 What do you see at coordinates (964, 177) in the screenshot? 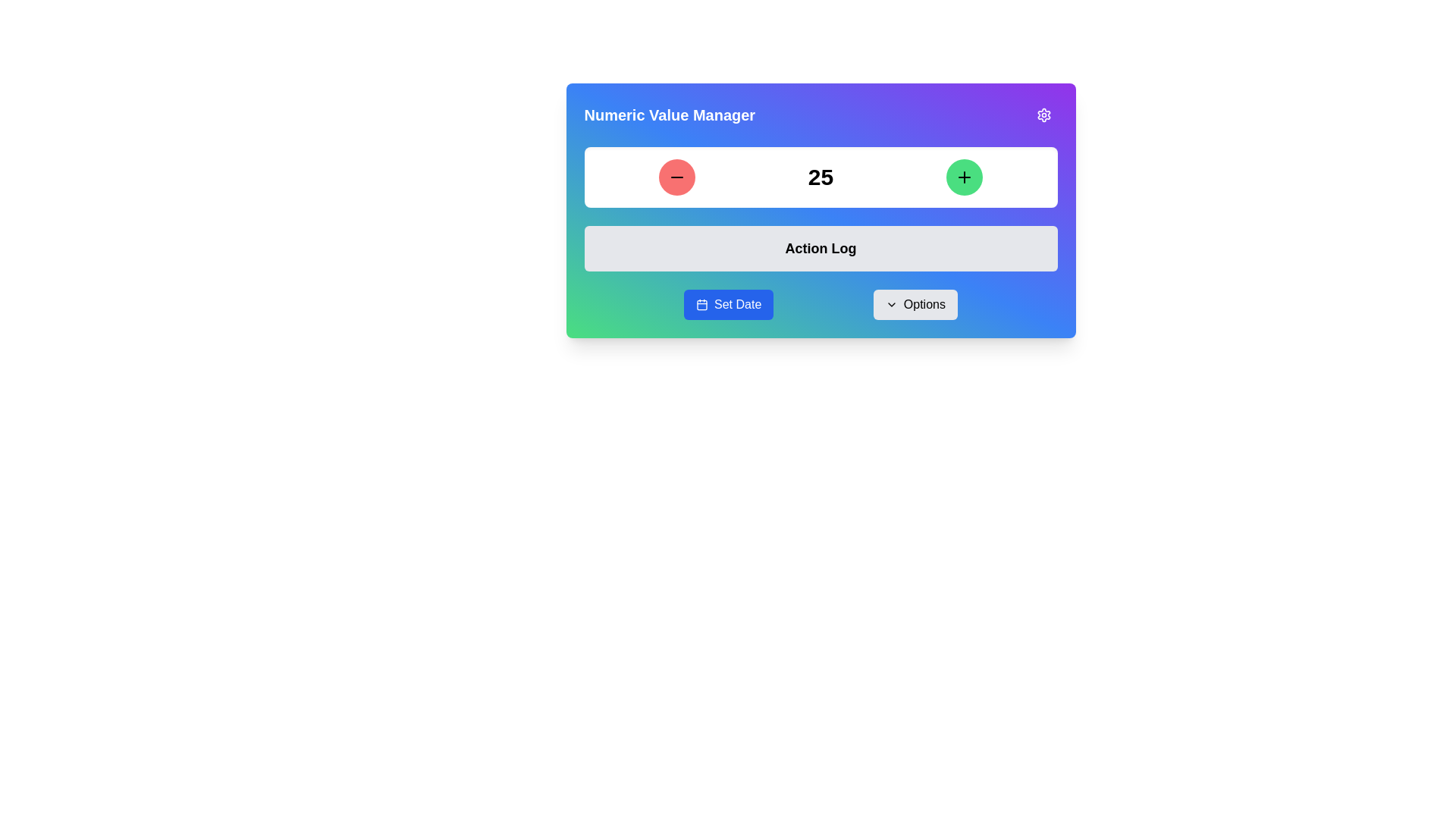
I see `the increment button located at the top-right corner of the numeric input section by tabbing` at bounding box center [964, 177].